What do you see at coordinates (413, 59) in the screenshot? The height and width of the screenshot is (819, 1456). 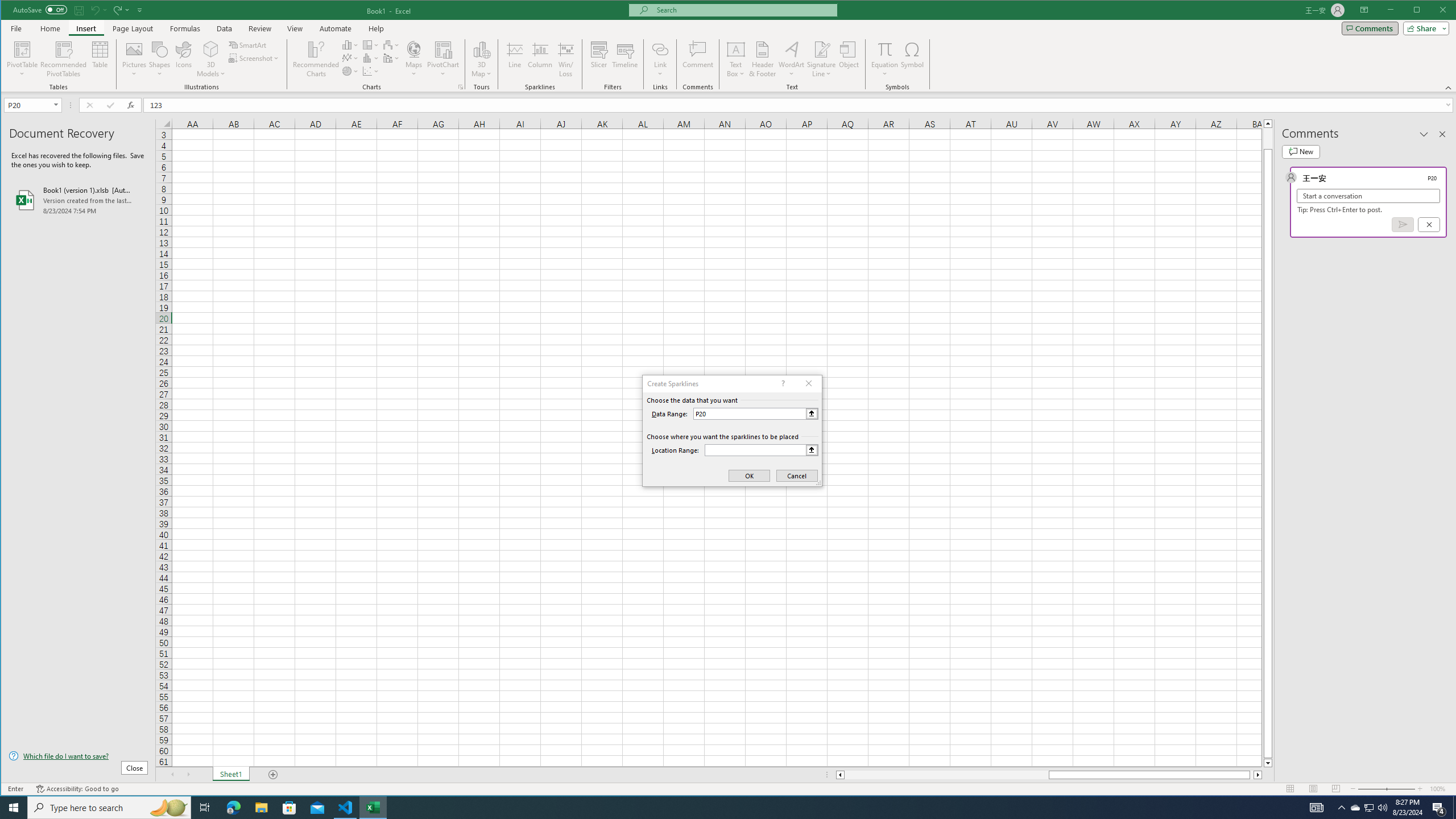 I see `'Maps'` at bounding box center [413, 59].